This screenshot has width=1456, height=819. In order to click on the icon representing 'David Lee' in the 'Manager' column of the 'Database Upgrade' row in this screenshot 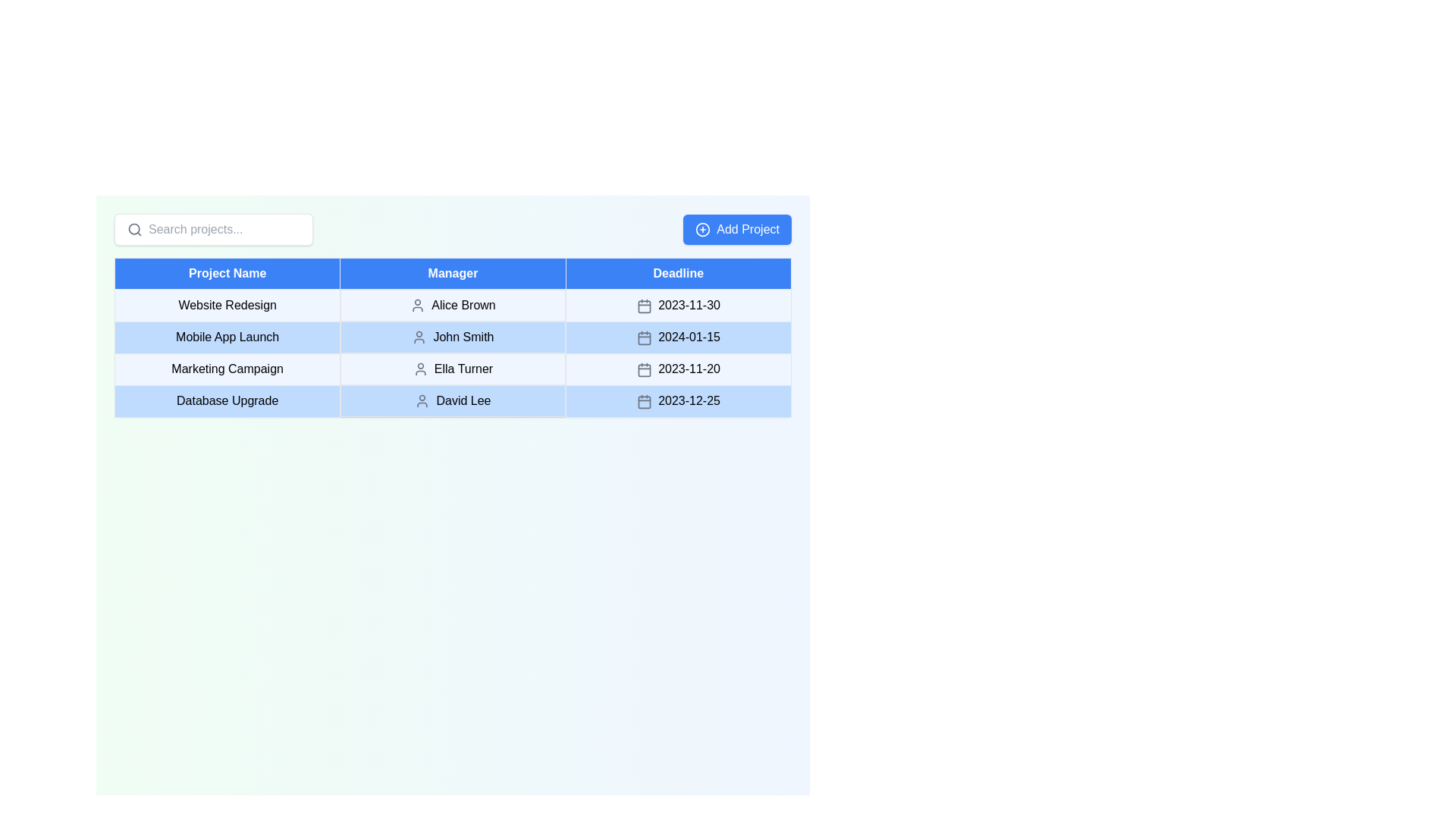, I will do `click(422, 400)`.